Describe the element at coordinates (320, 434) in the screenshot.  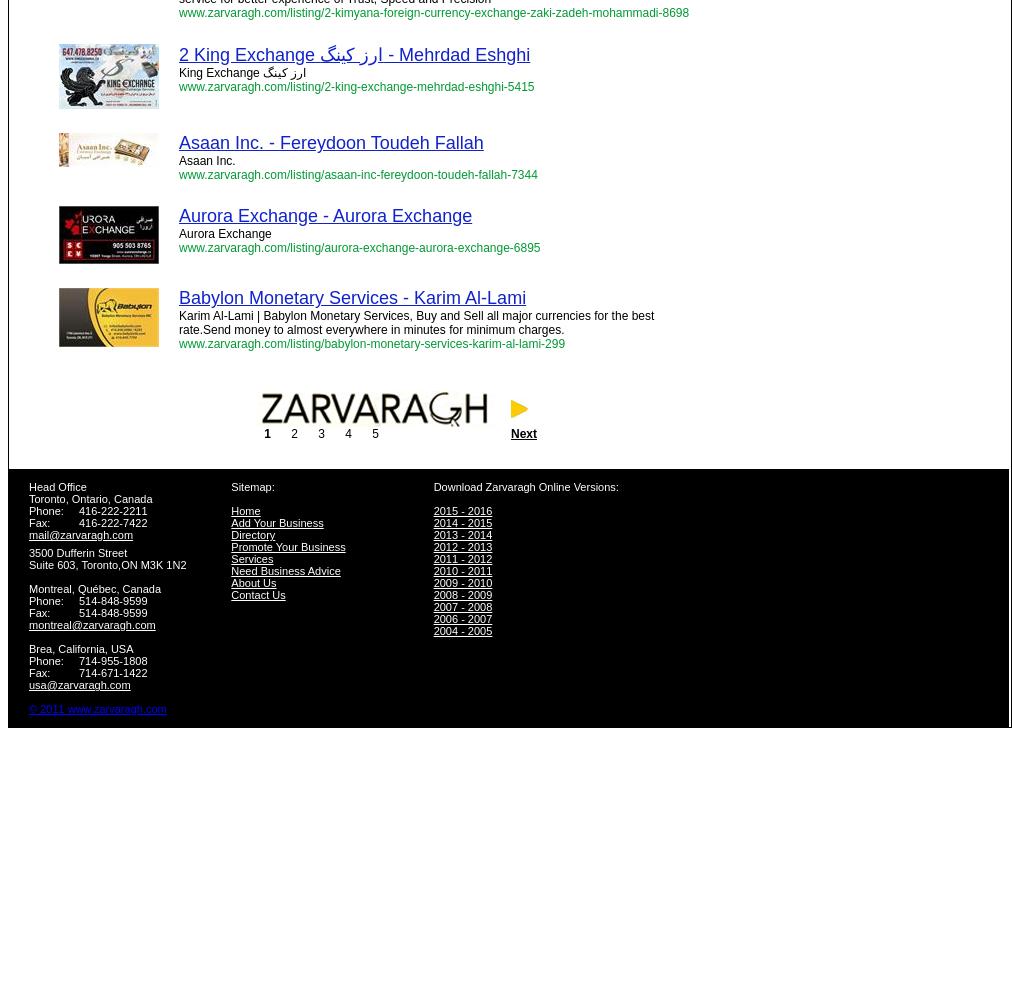
I see `'3'` at that location.